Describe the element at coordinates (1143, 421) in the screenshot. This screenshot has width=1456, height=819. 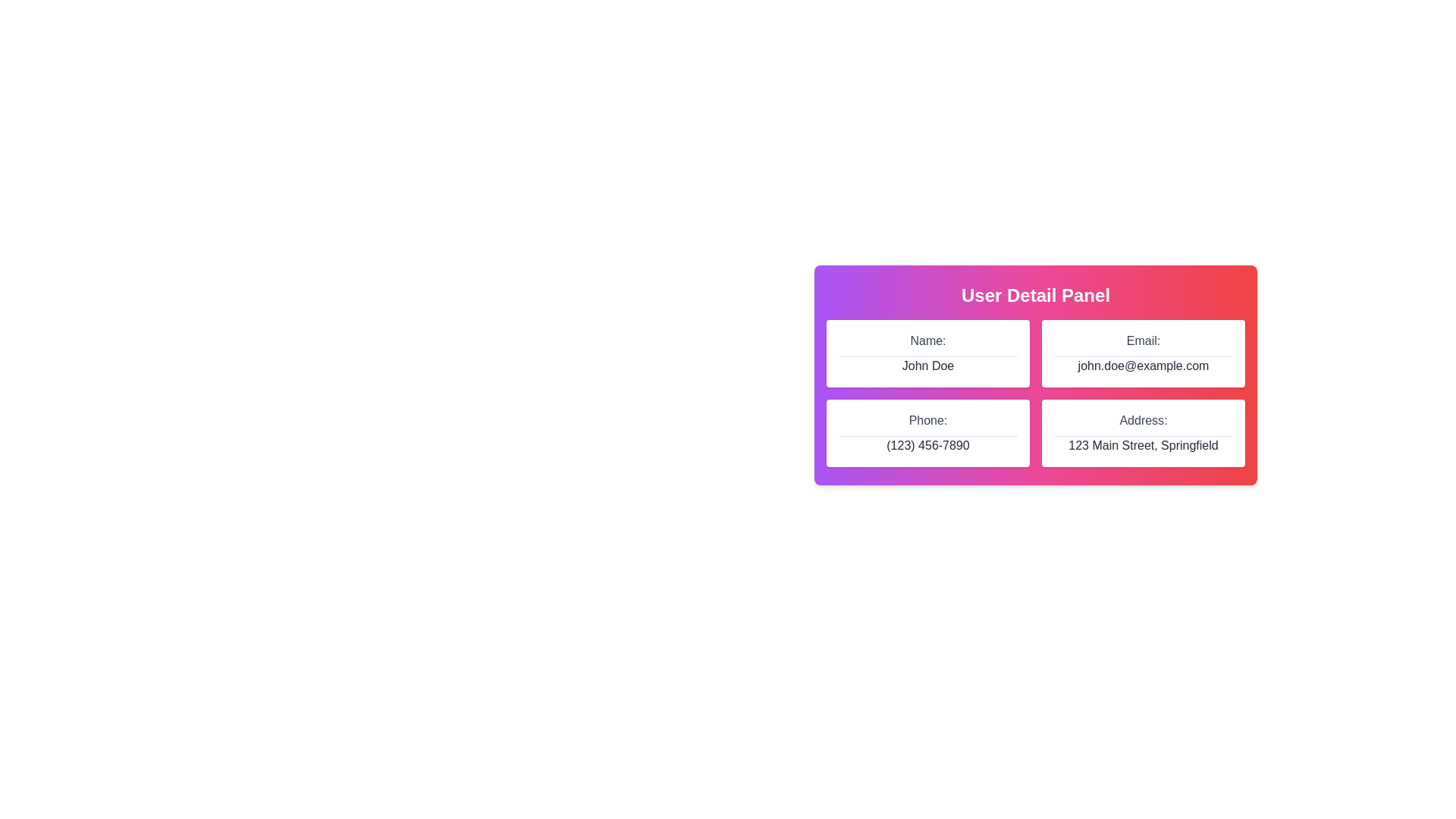
I see `the text label displaying 'Address:' which is styled in a medium-weight gray font and positioned above '123 Main Street, Springfield'` at that location.